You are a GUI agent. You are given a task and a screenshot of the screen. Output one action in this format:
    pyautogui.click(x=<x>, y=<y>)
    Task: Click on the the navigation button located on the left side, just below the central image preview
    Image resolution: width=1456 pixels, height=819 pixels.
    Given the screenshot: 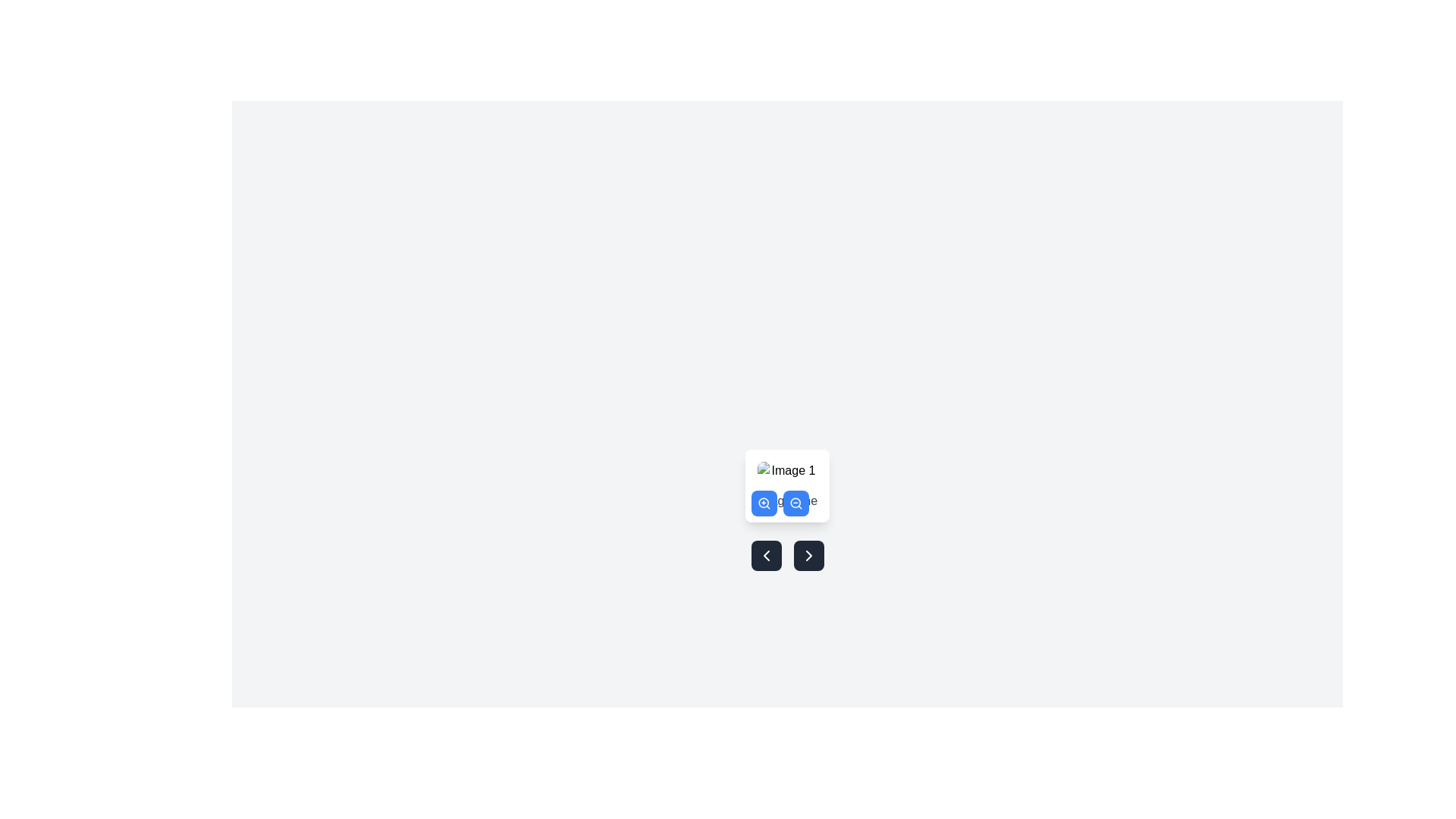 What is the action you would take?
    pyautogui.click(x=766, y=555)
    